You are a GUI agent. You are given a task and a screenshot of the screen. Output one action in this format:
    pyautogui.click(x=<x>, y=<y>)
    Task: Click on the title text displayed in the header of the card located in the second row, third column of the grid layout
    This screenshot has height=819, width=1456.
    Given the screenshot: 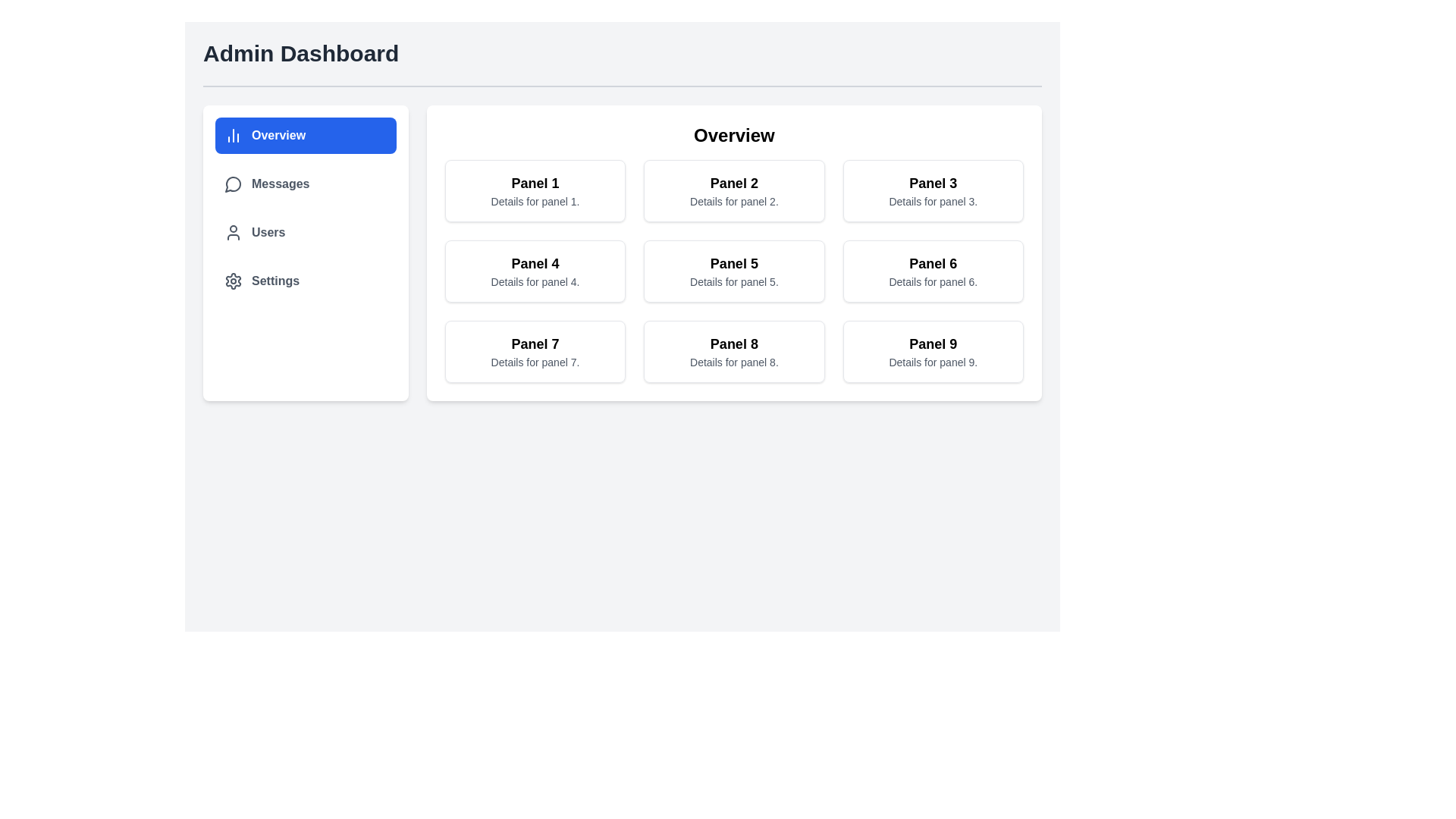 What is the action you would take?
    pyautogui.click(x=932, y=262)
    